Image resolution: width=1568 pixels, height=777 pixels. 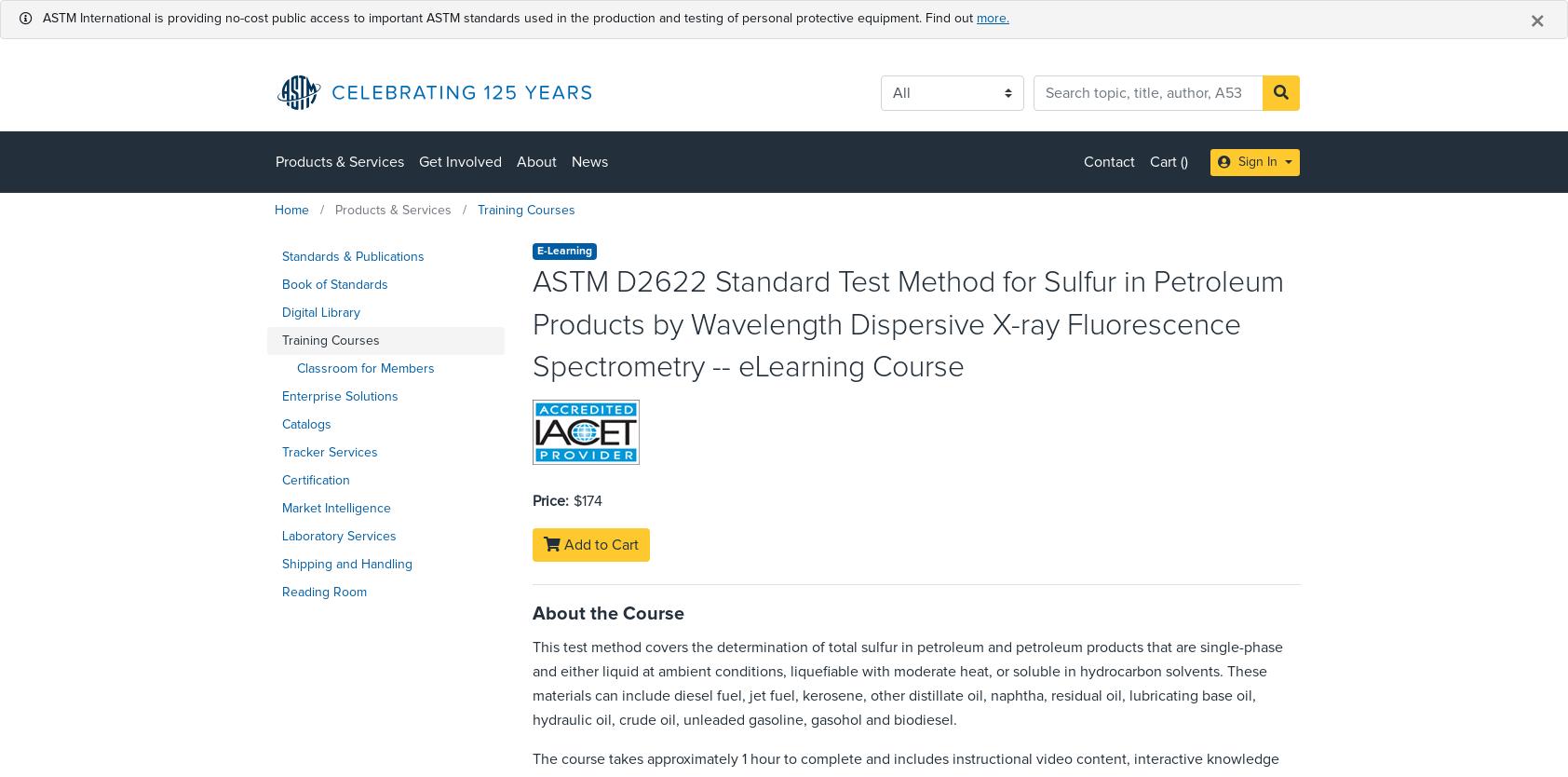 What do you see at coordinates (330, 452) in the screenshot?
I see `'Tracker Services'` at bounding box center [330, 452].